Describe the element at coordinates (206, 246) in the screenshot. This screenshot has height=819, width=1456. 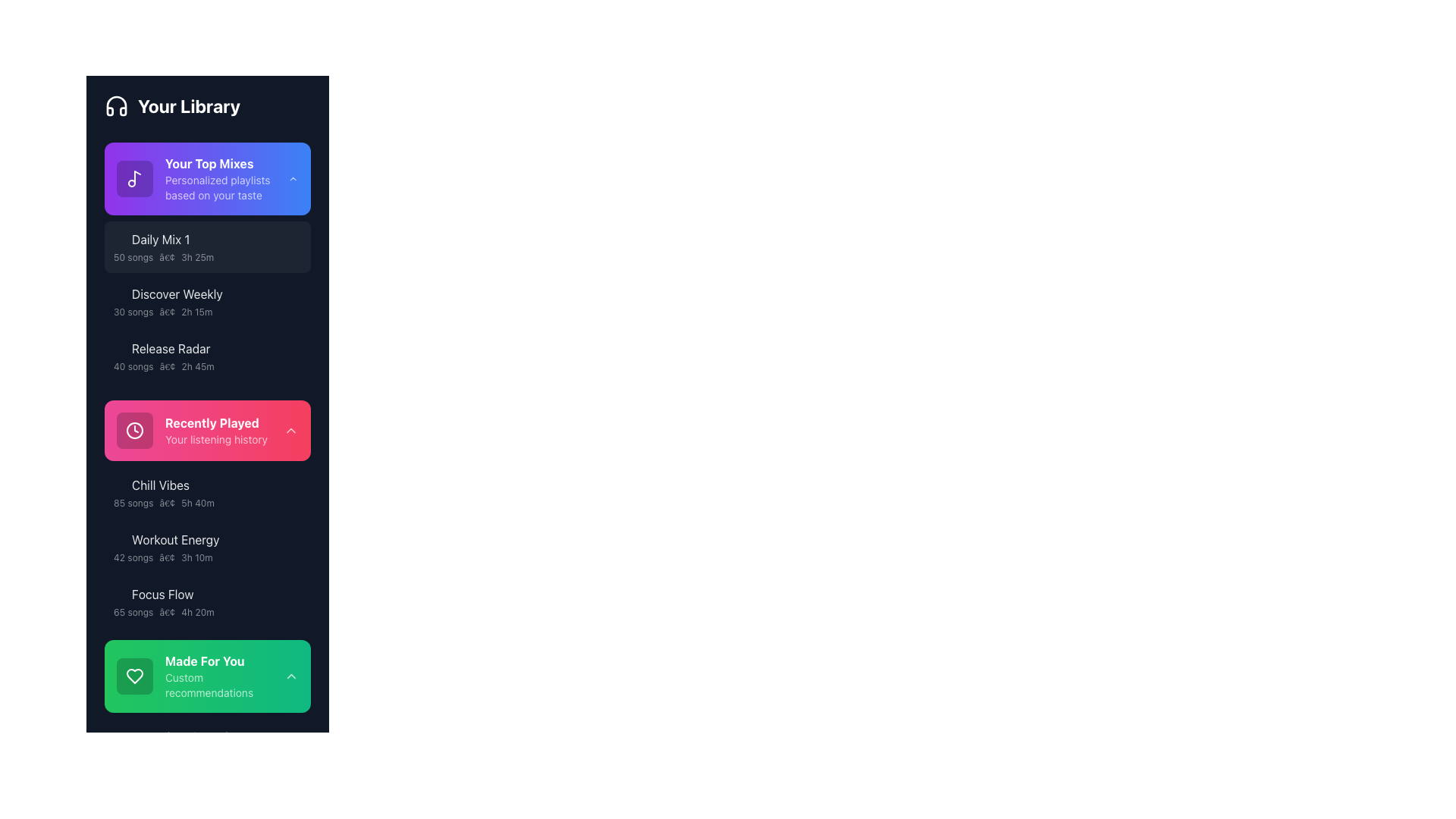
I see `the 'Daily Mix 1' playlist card located in the 'Your Library' section, which is the second item in the vertical list arrangement` at that location.